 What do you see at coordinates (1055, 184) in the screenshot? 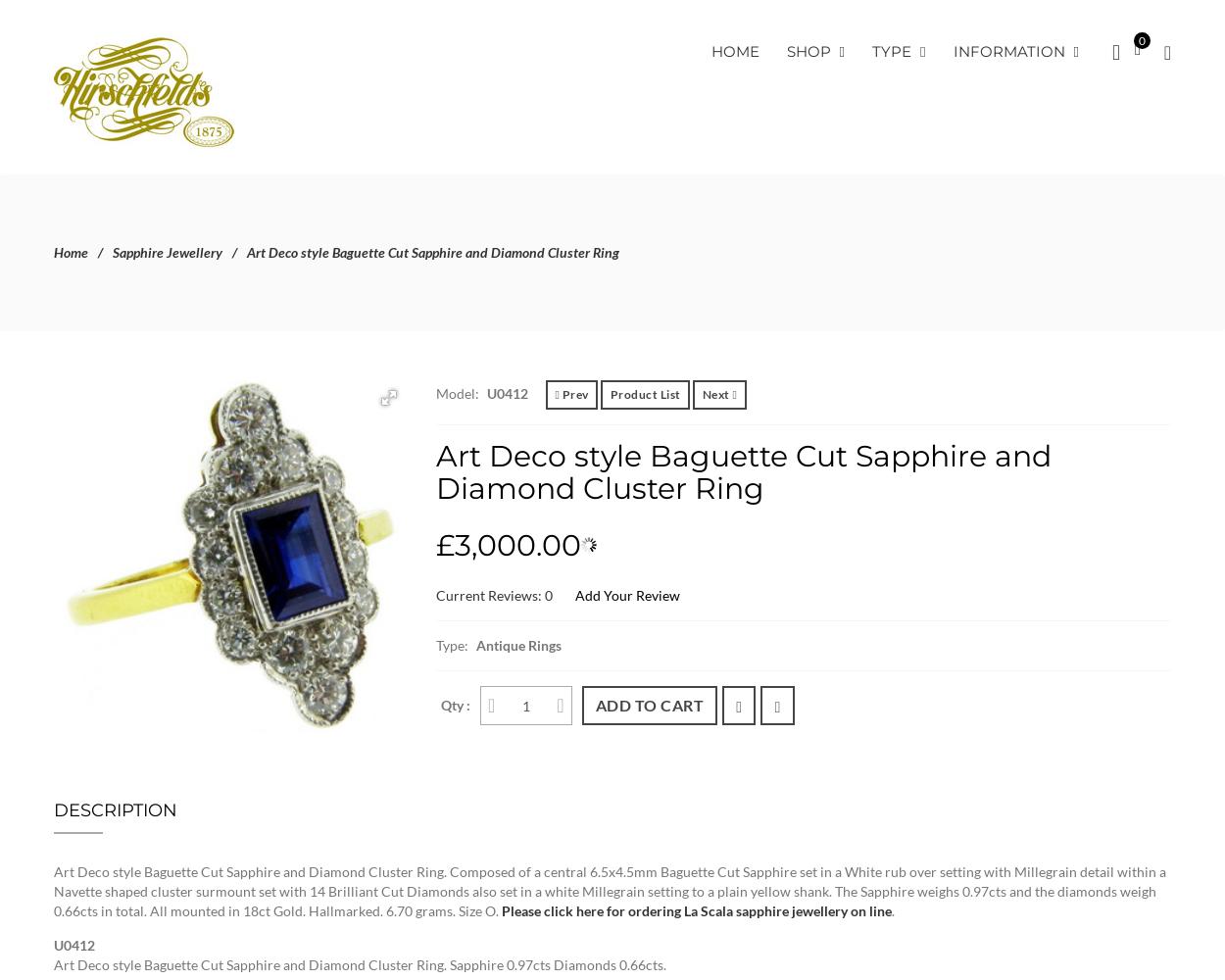
I see `'Checkout'` at bounding box center [1055, 184].